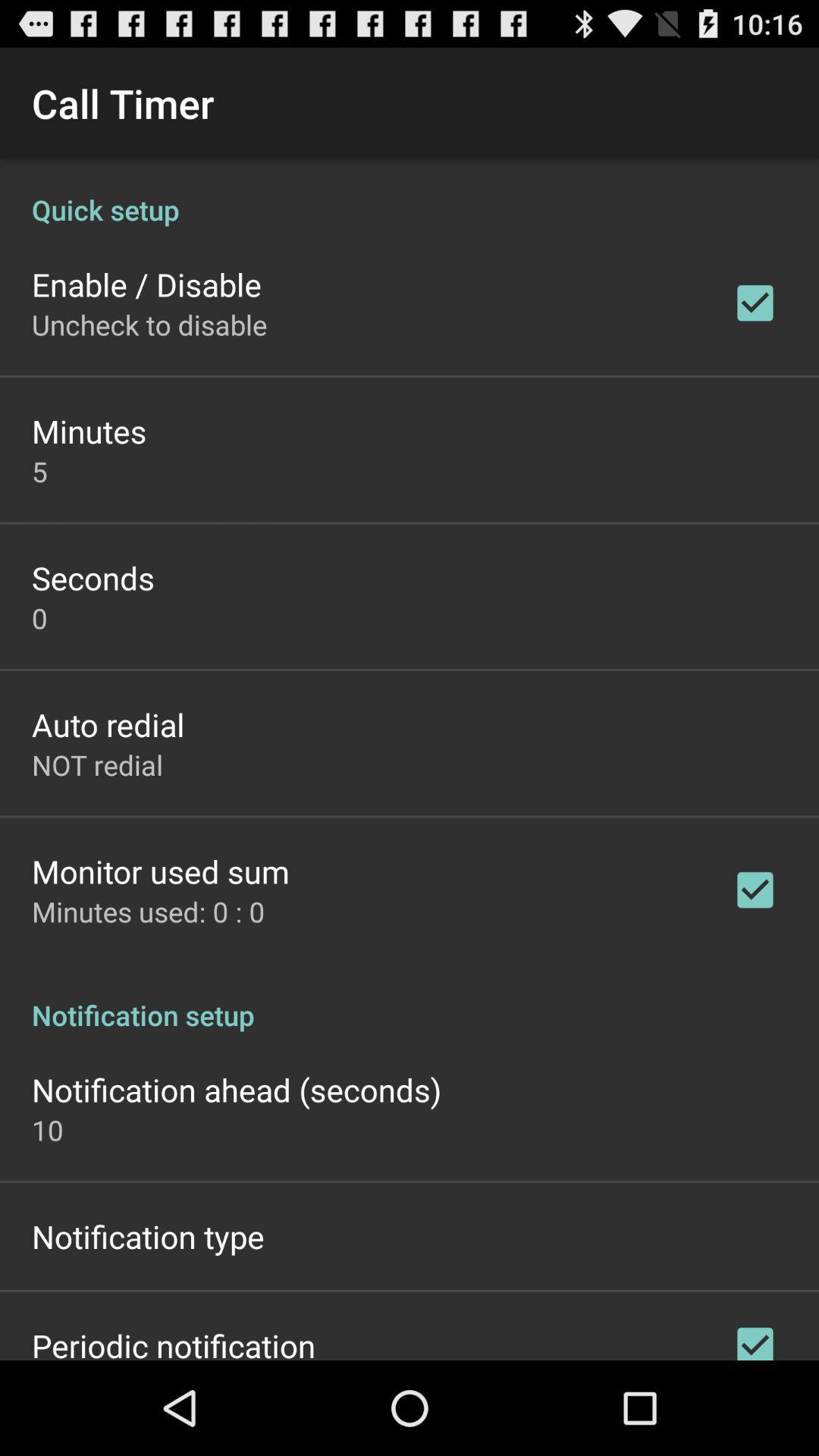  I want to click on the 5, so click(39, 470).